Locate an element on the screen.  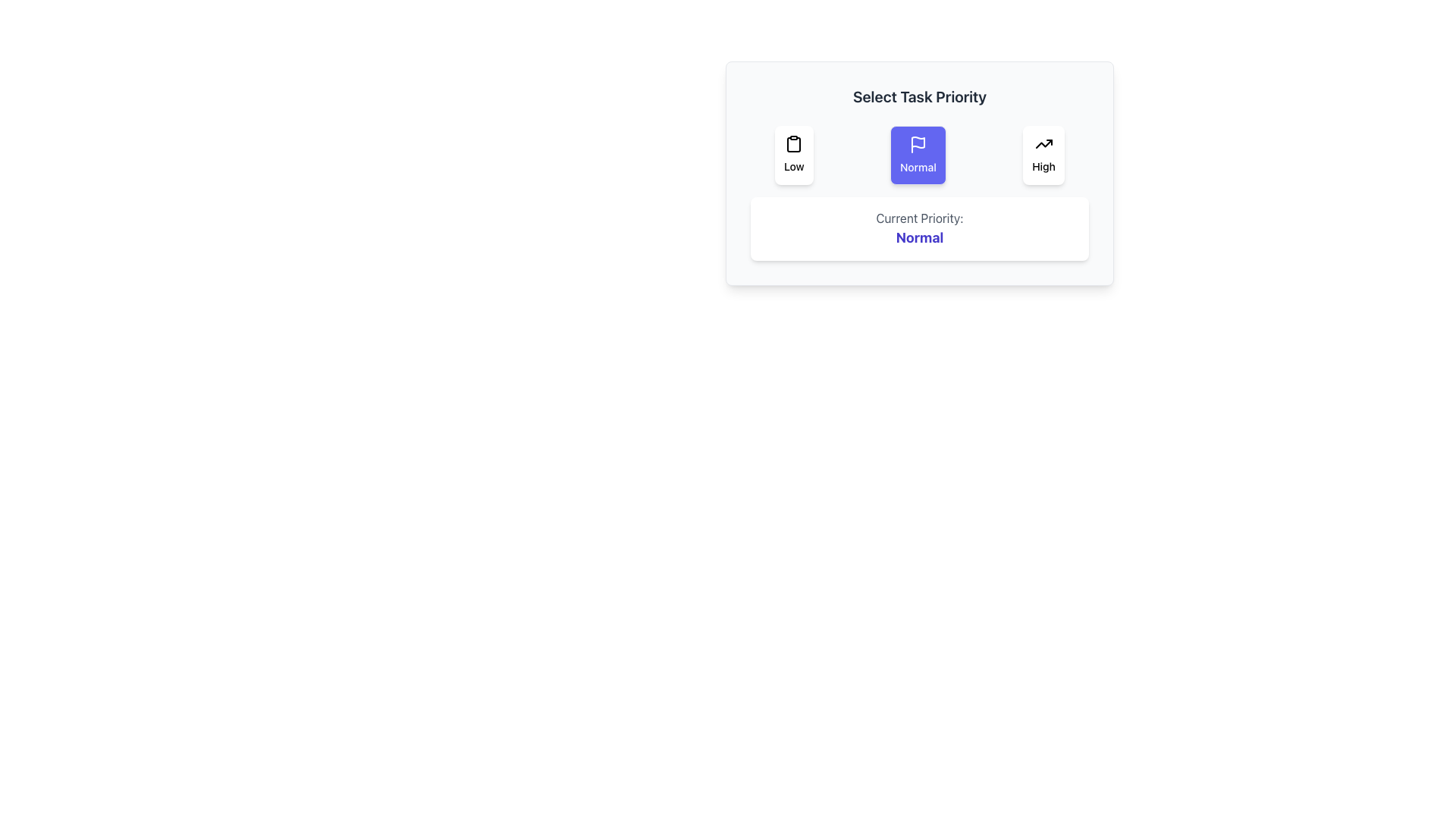
the Text Display that shows 'Current Priority: Normal', which is located beneath the selectable priority levels in a white rounded rectangular card is located at coordinates (919, 228).